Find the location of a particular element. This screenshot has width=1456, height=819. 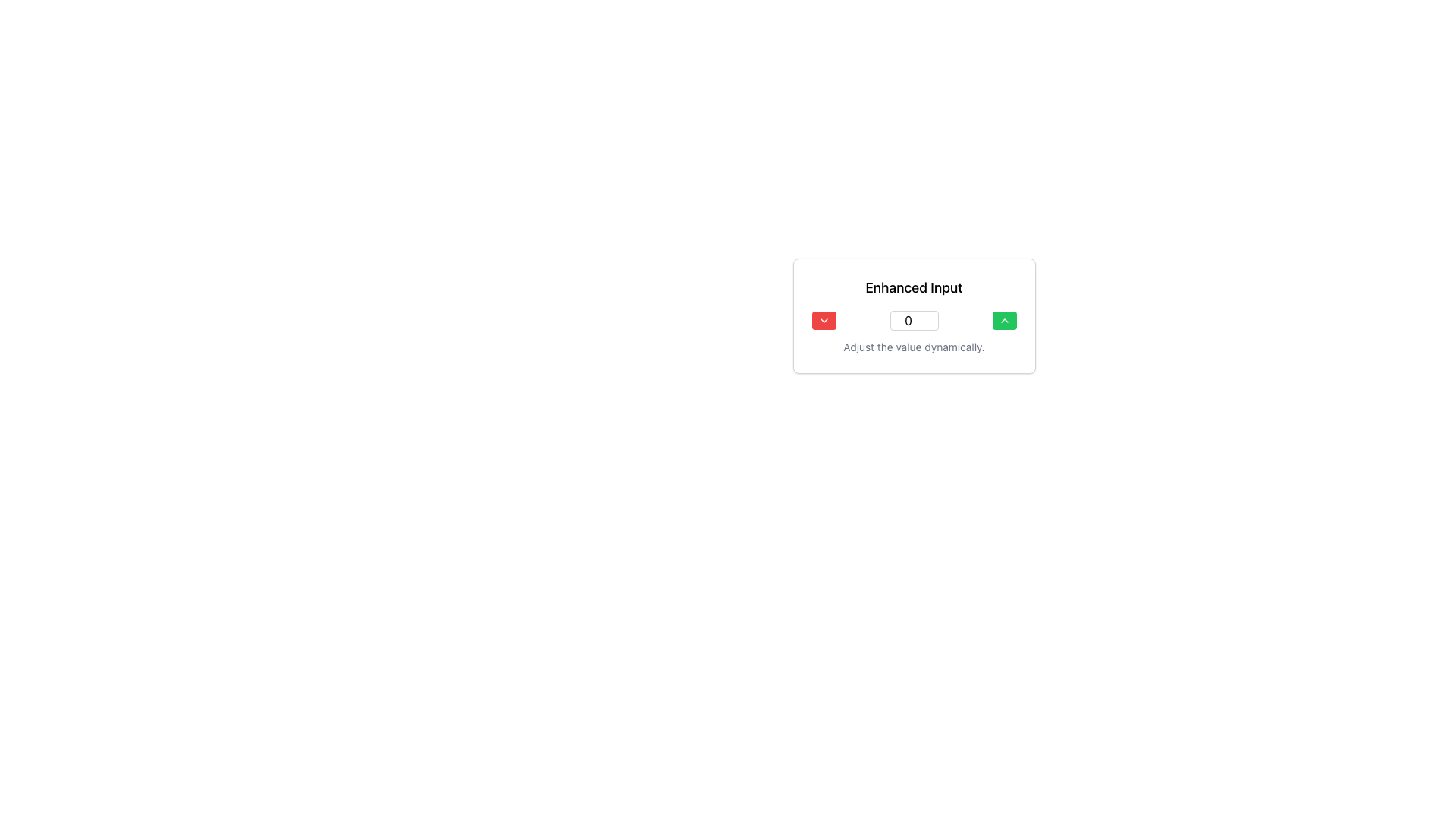

the chevron-shaped upward arrow icon embedded within the green button, which is located to the far right adjacent to the numerical input is located at coordinates (1004, 320).